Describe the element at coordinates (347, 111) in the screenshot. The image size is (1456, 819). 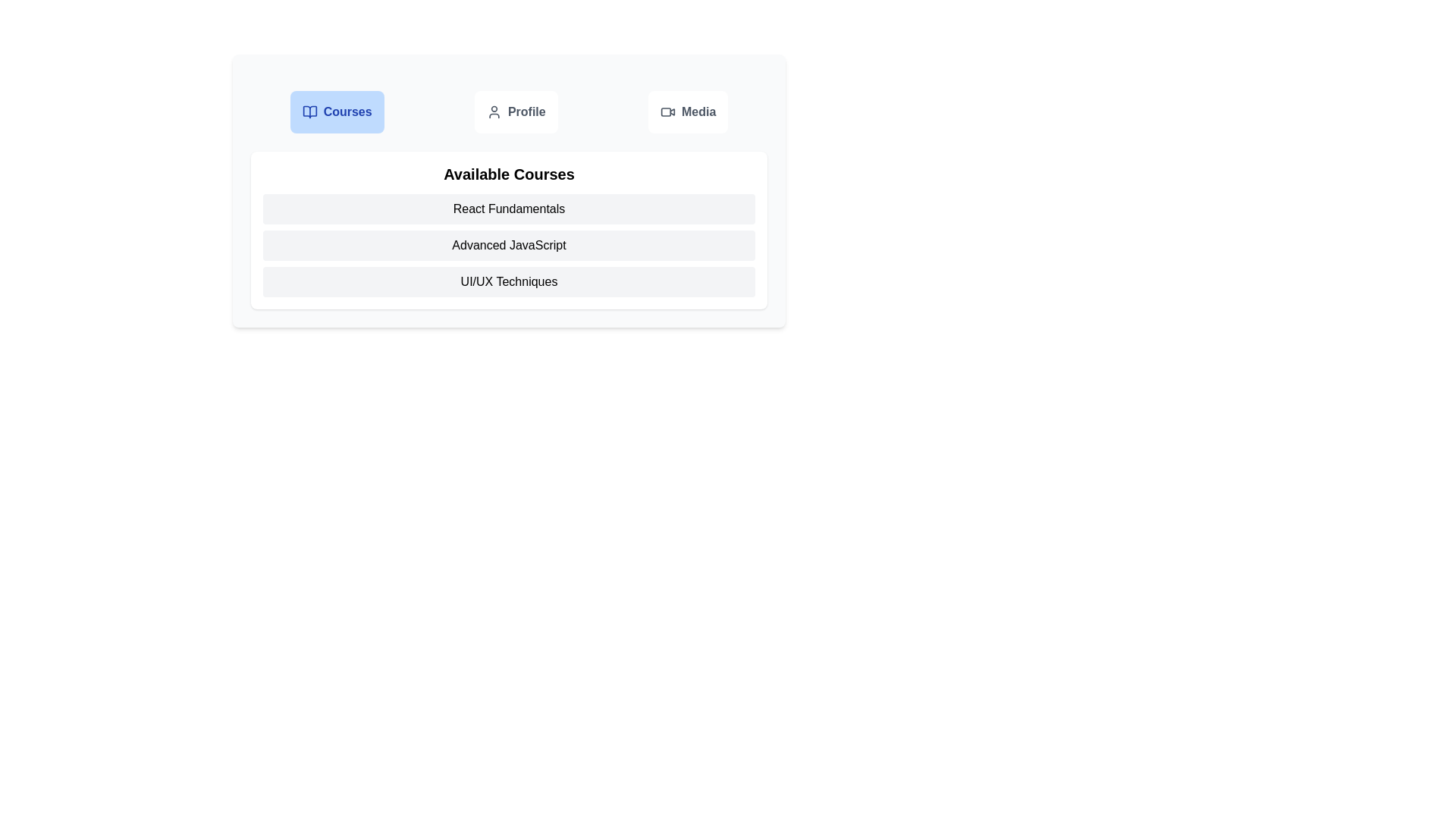
I see `the 'Courses' label, which is displayed in bold font on a light blue background and is positioned next to an open book icon` at that location.